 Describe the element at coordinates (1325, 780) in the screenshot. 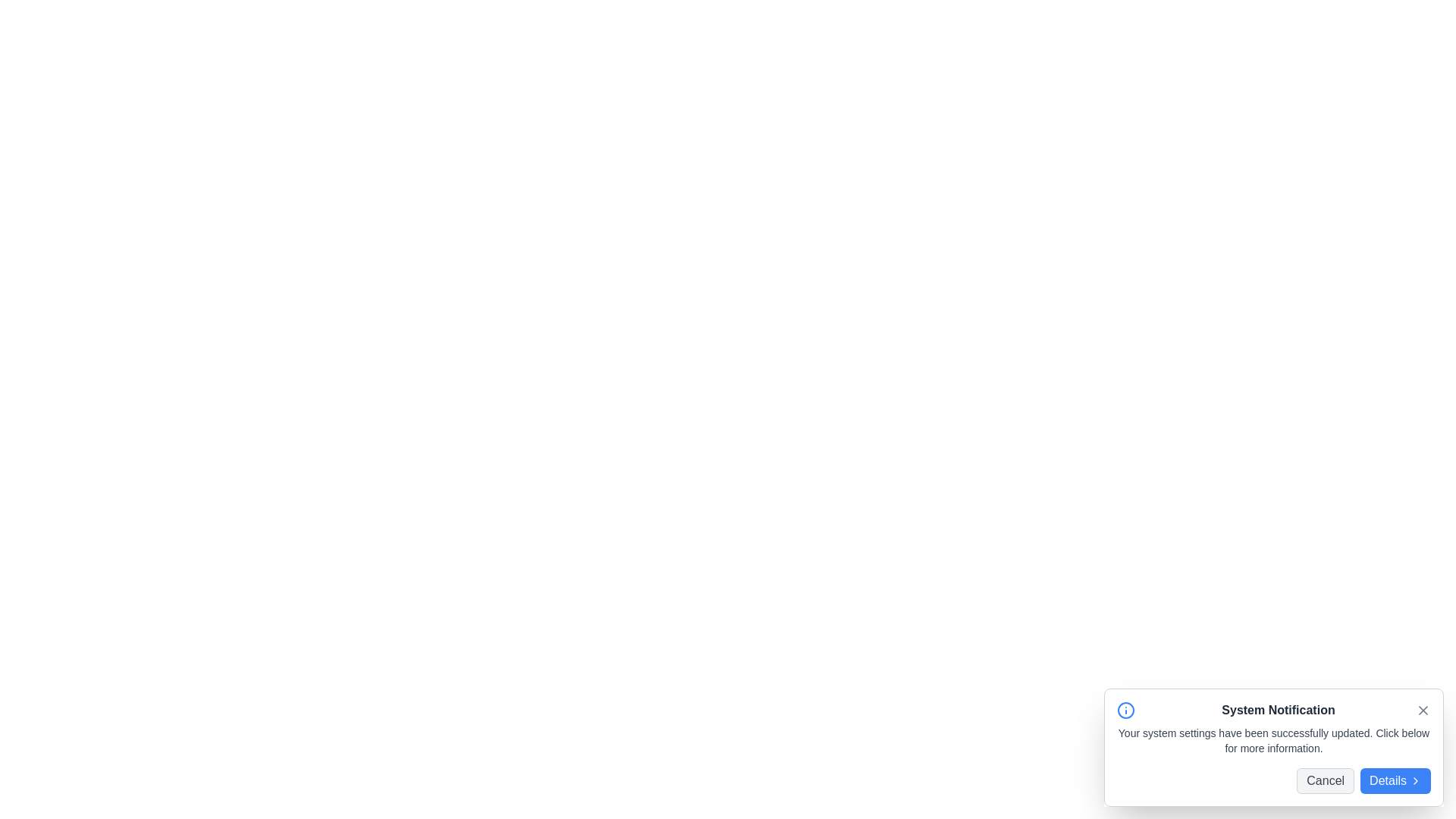

I see `the 'Cancel' button, which is a rectangular button with a light gray background and rounded corners located at the lower-right corner of the modal window` at that location.